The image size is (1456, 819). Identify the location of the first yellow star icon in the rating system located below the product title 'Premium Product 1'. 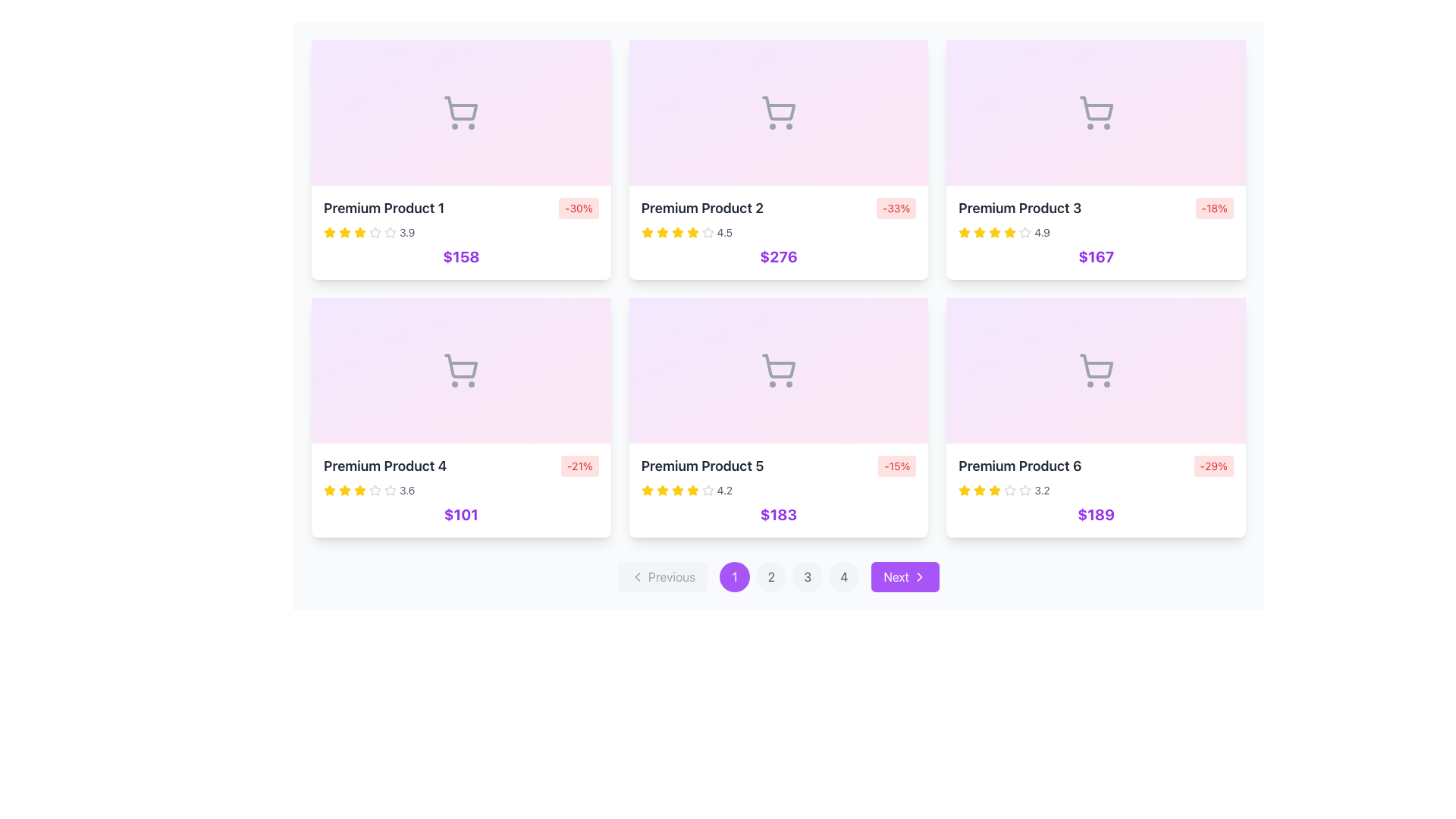
(329, 233).